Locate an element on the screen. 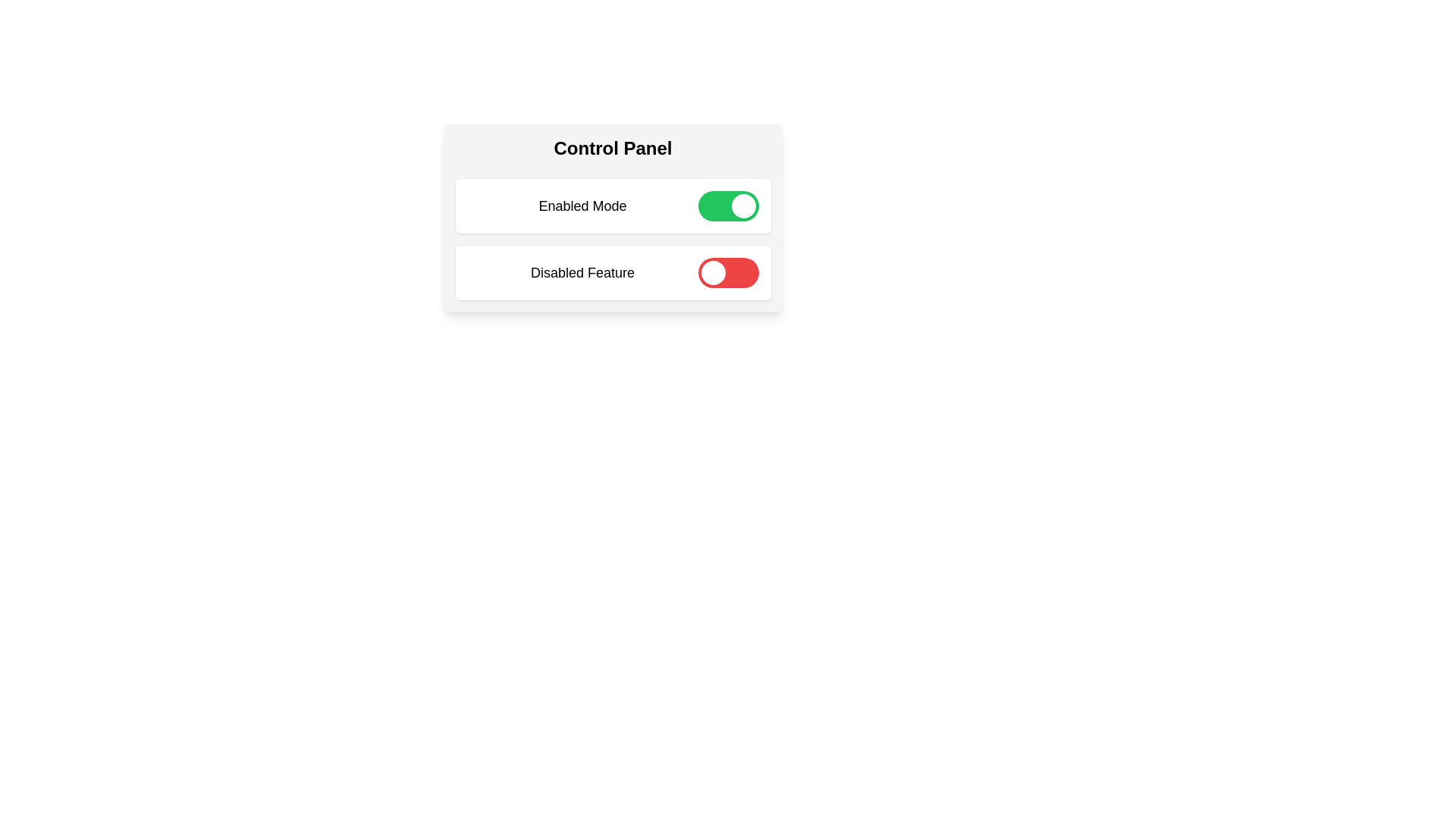 This screenshot has width=1456, height=819. the label Enabled Mode to focus or select it is located at coordinates (582, 206).